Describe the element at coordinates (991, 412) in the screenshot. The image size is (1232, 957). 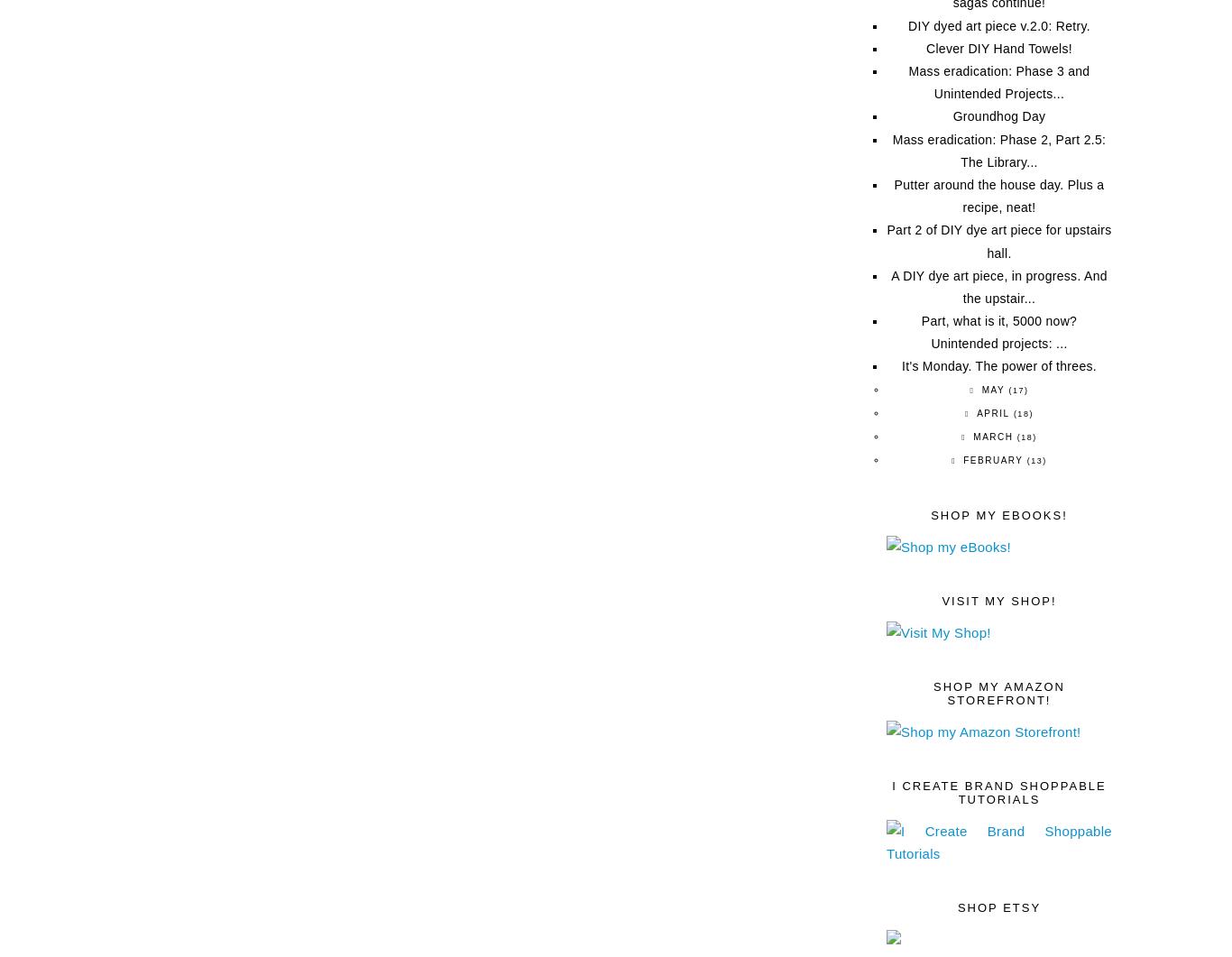
I see `'April'` at that location.